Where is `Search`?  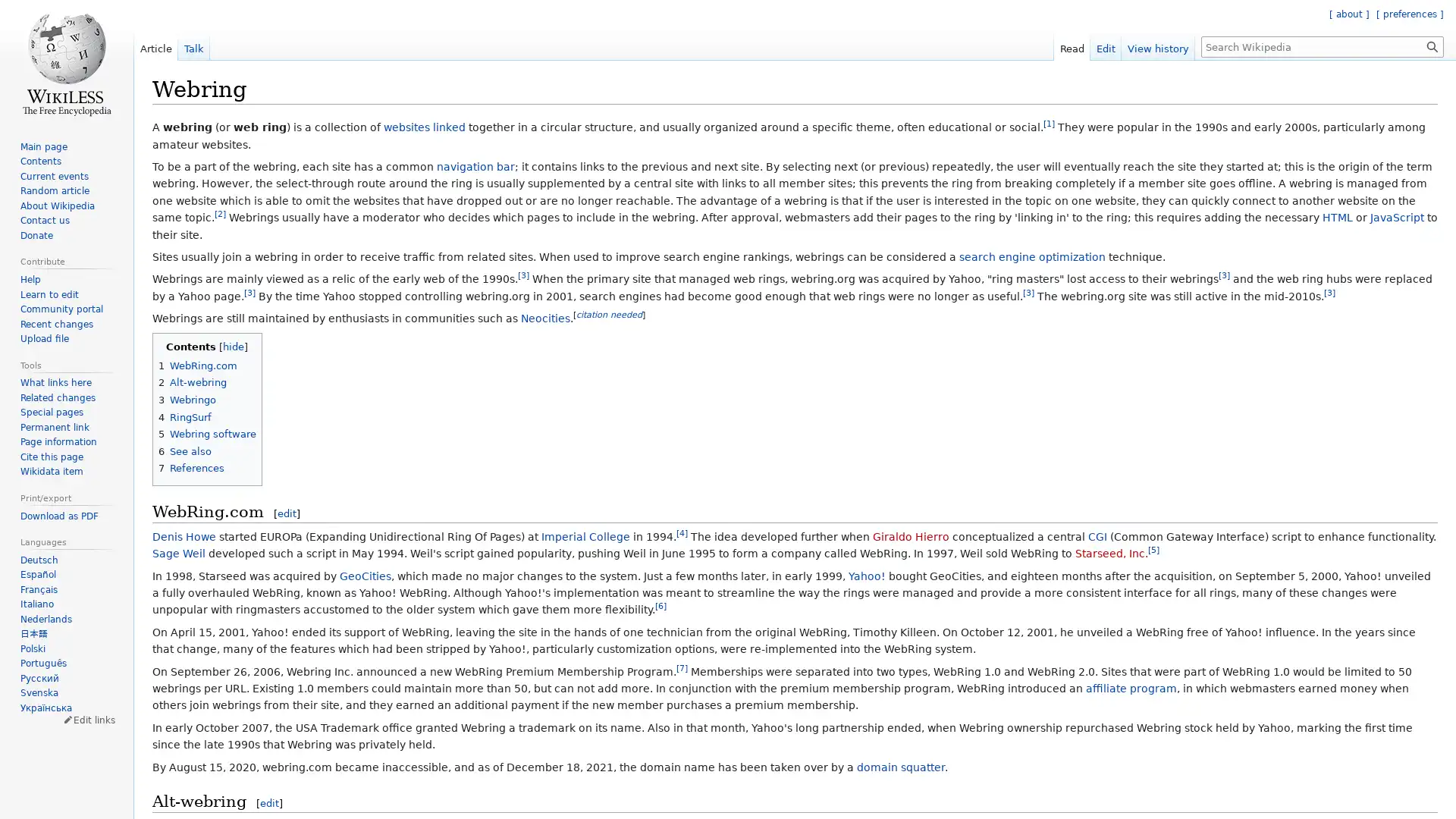
Search is located at coordinates (1432, 45).